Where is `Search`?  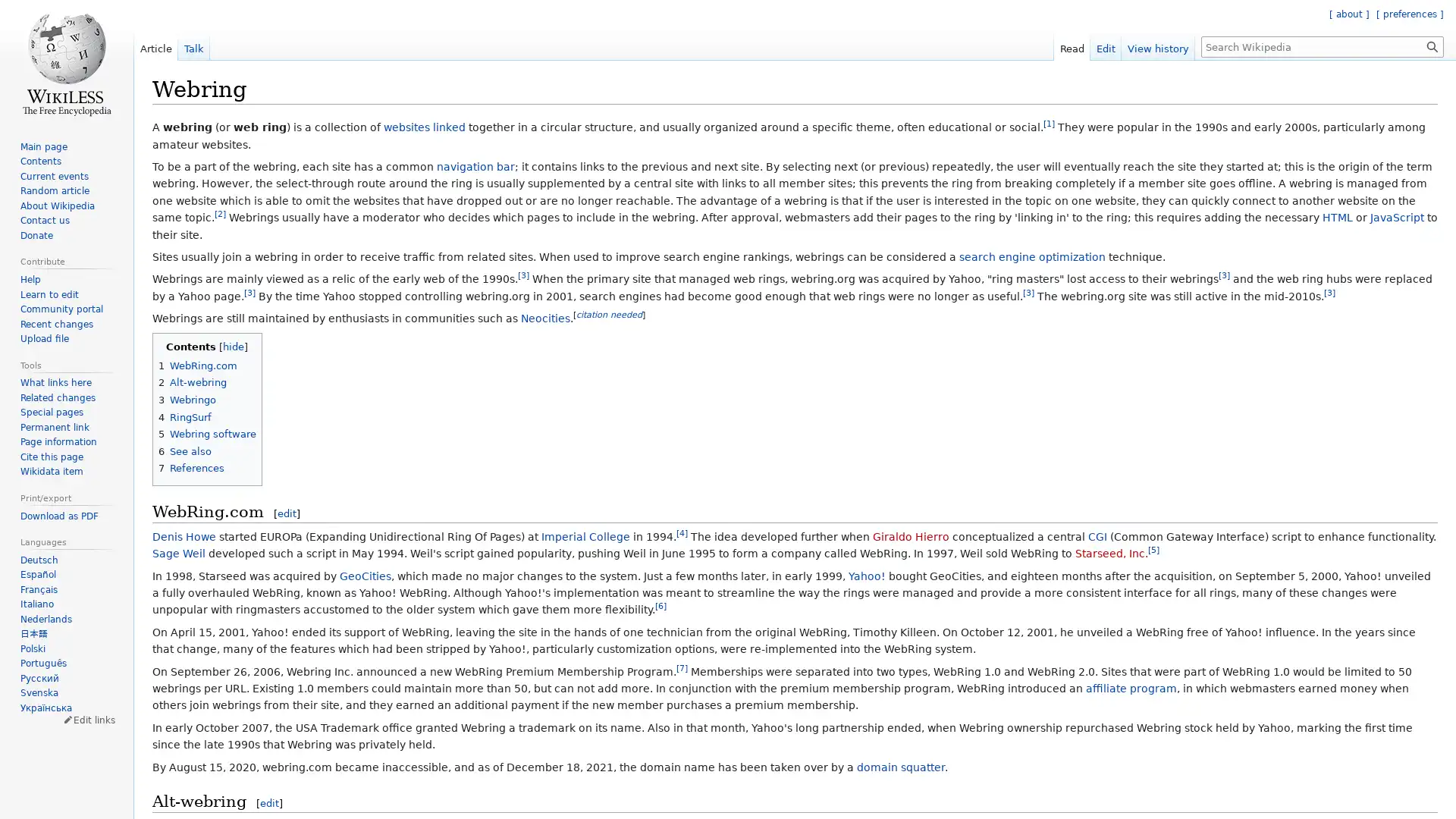
Search is located at coordinates (1432, 45).